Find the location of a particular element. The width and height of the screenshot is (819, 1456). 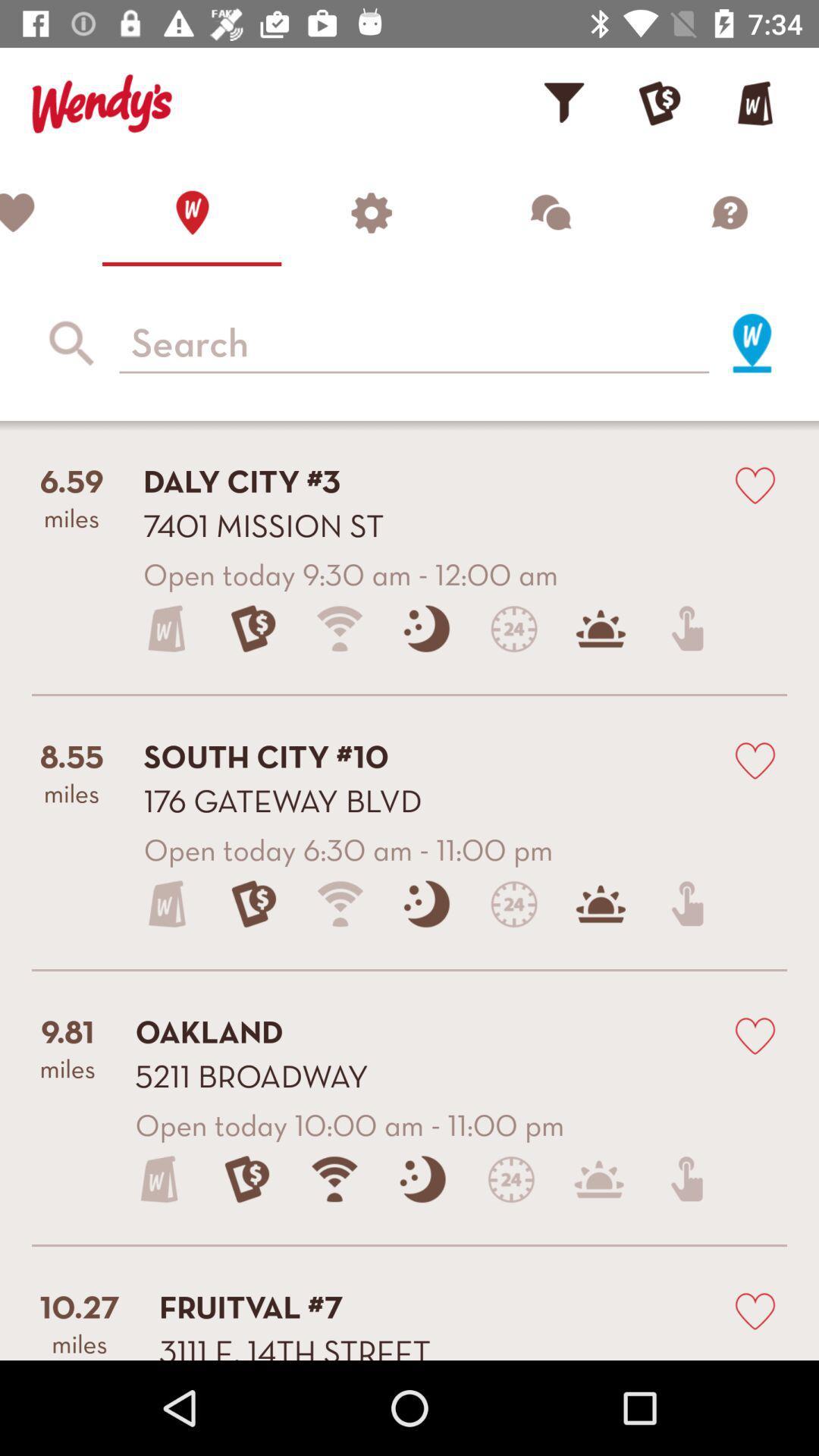

show favourites is located at coordinates (50, 212).